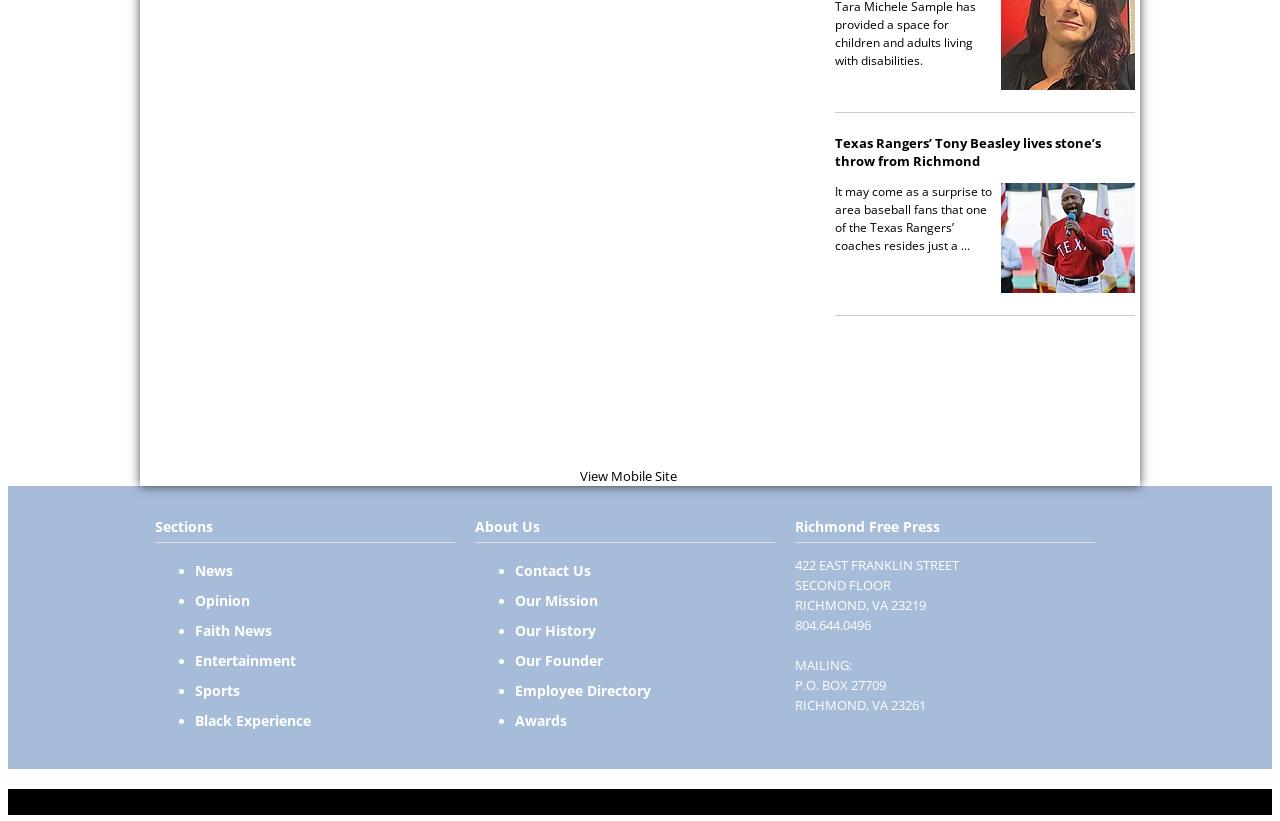 Image resolution: width=1280 pixels, height=821 pixels. I want to click on 'Our Mission', so click(556, 600).